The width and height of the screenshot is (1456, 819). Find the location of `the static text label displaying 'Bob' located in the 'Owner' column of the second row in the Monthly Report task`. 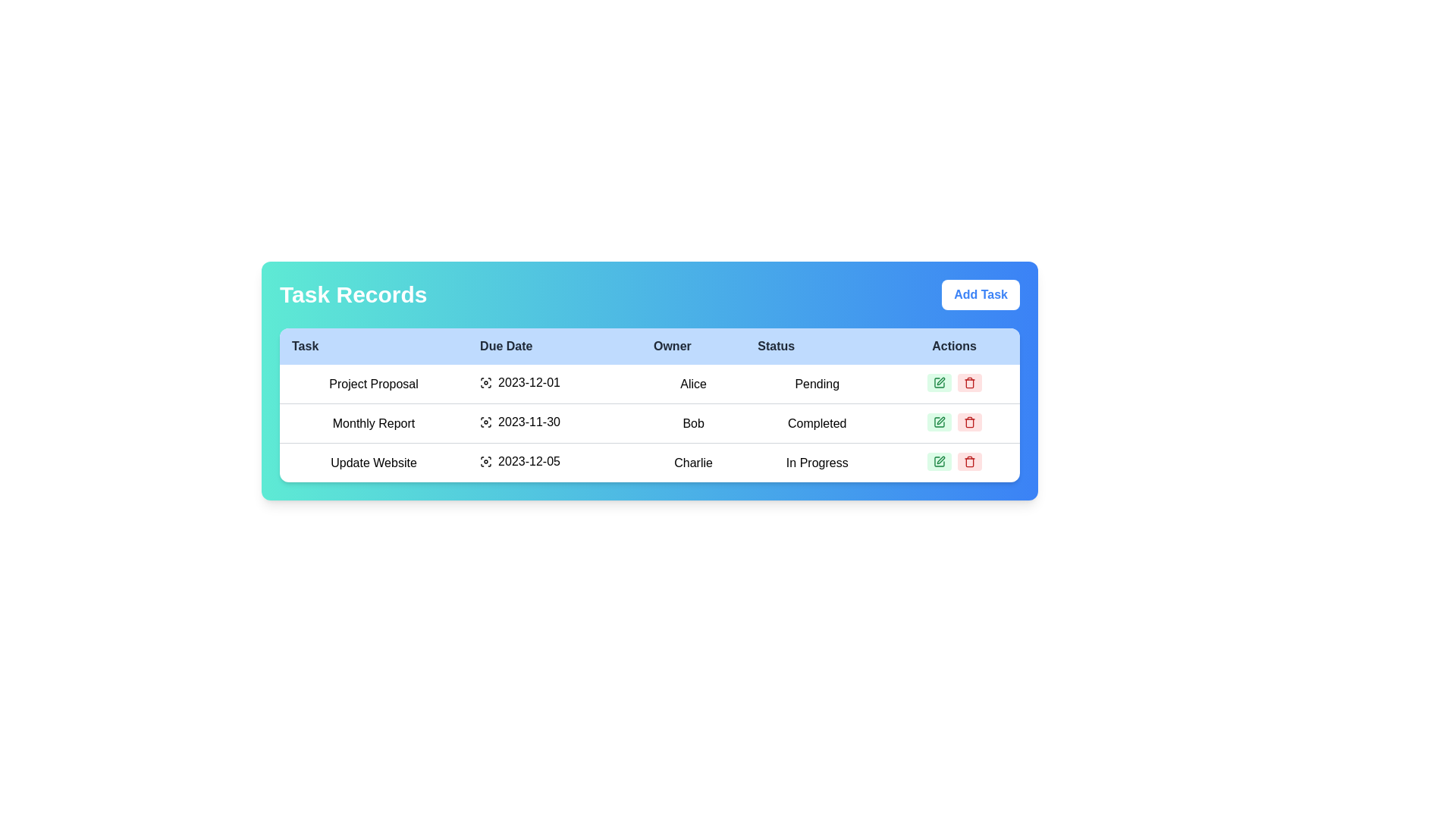

the static text label displaying 'Bob' located in the 'Owner' column of the second row in the Monthly Report task is located at coordinates (692, 423).